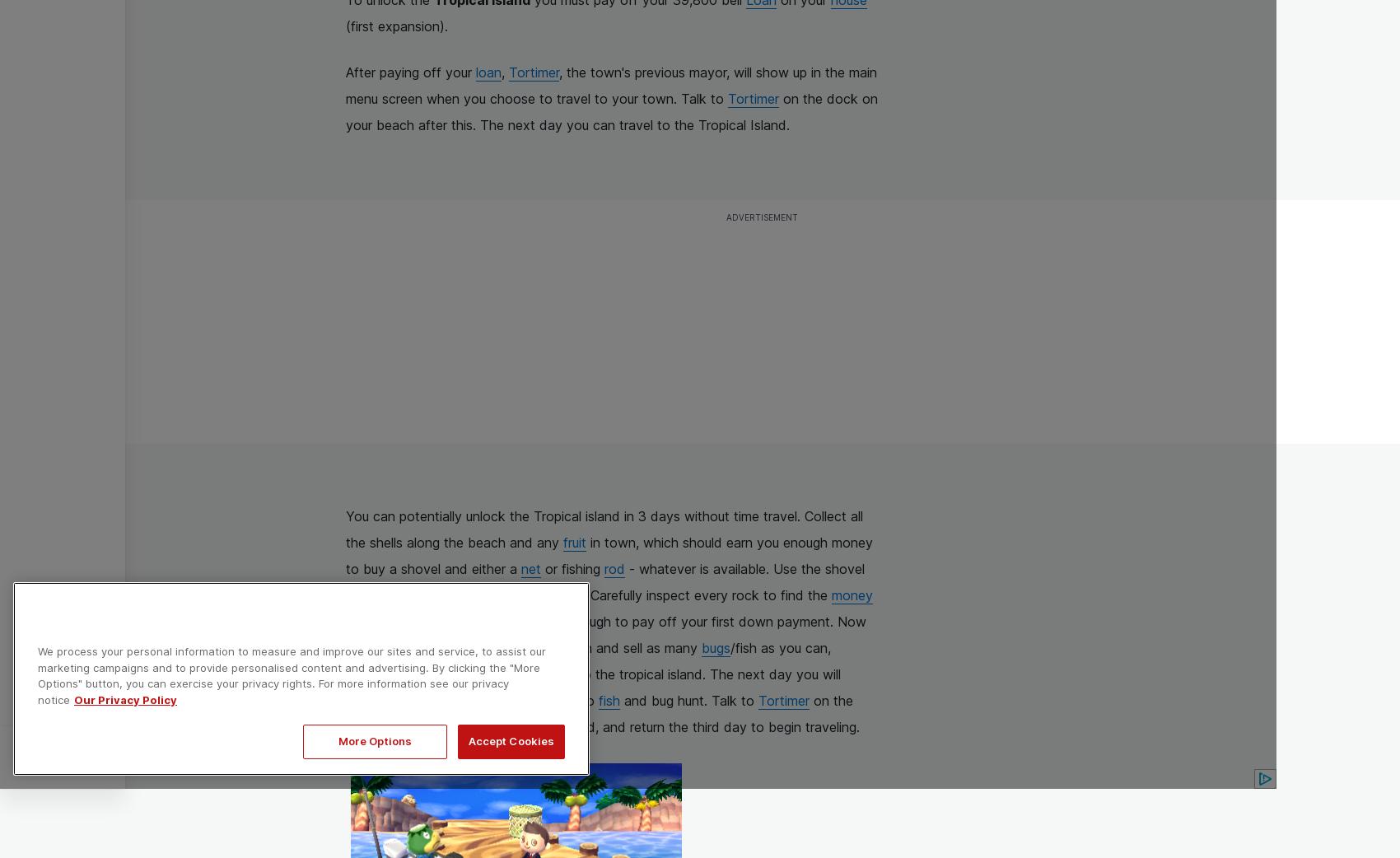 The width and height of the screenshot is (1400, 858). Describe the element at coordinates (504, 72) in the screenshot. I see `','` at that location.